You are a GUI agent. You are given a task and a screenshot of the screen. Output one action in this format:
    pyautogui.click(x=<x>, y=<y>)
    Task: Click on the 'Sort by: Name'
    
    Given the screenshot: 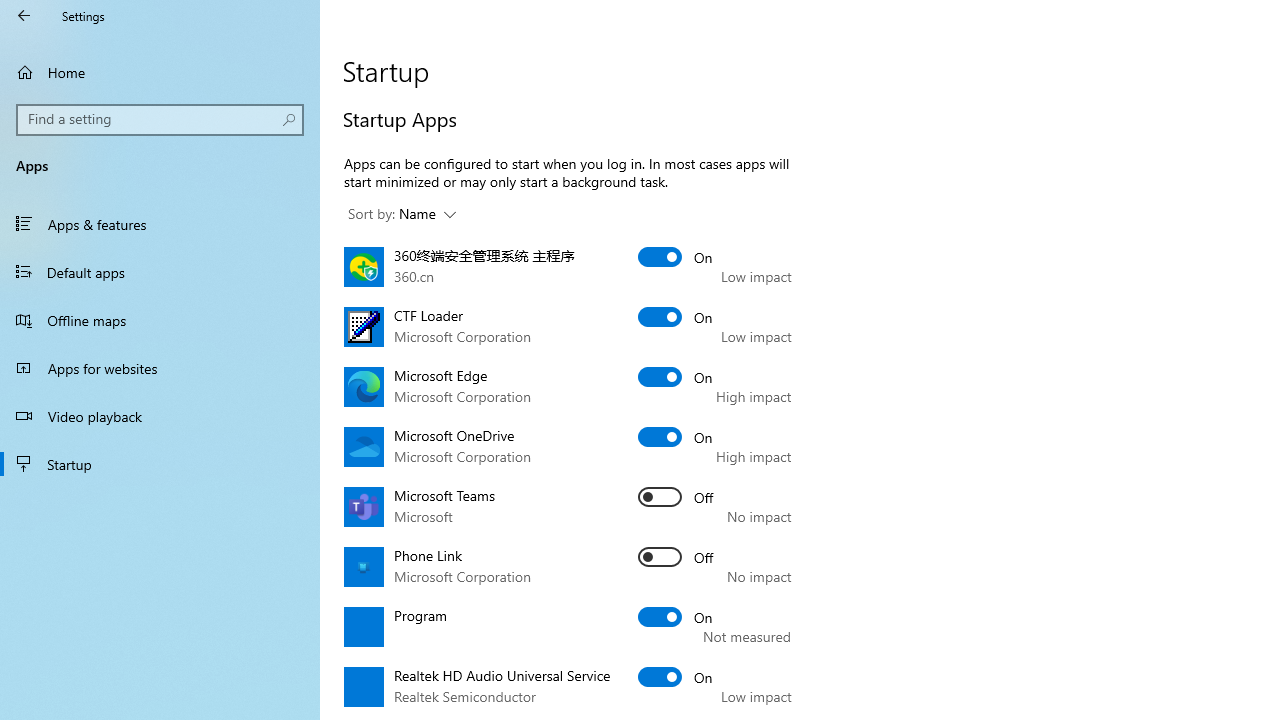 What is the action you would take?
    pyautogui.click(x=400, y=214)
    